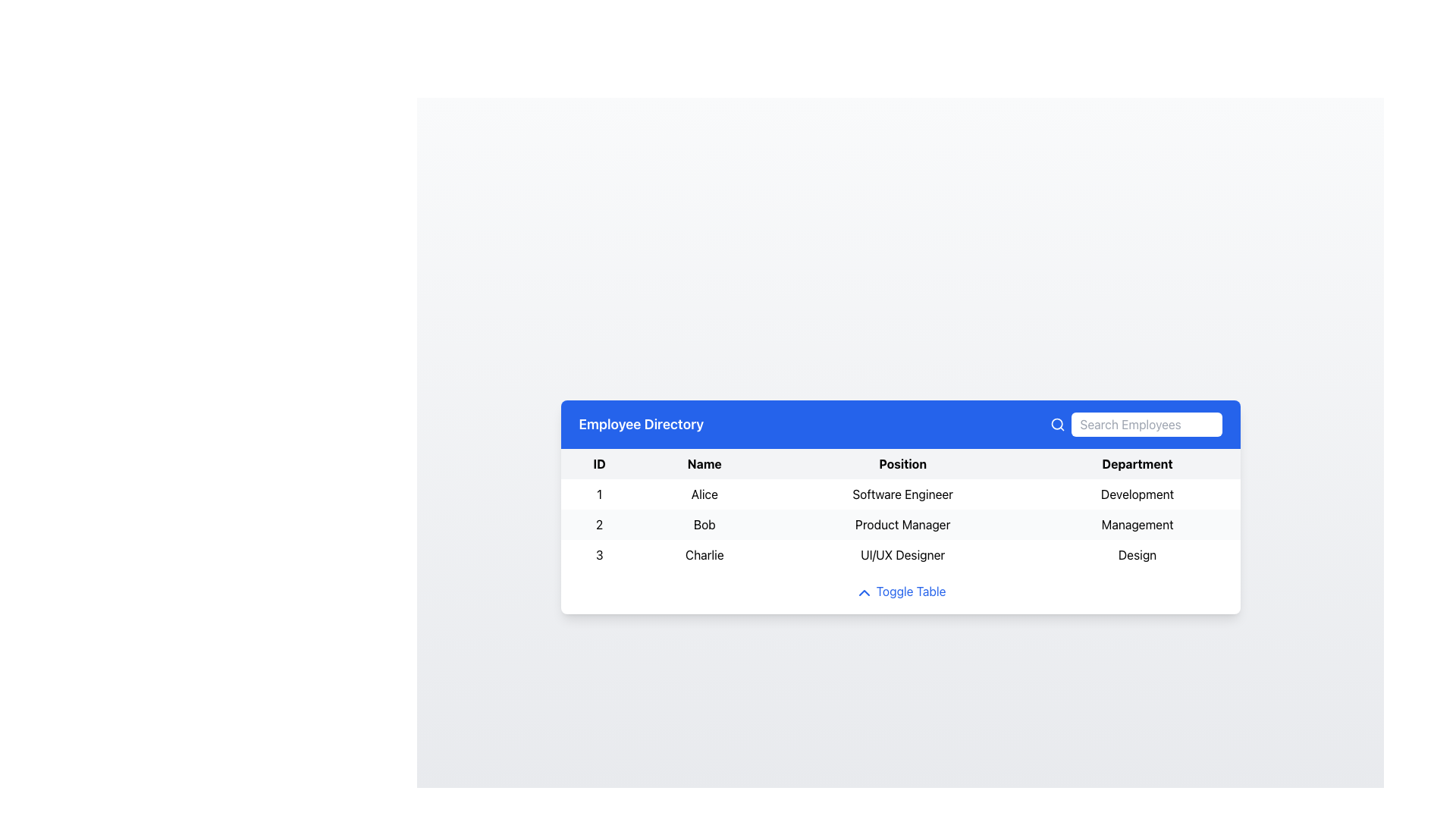 The image size is (1456, 819). I want to click on the static text label displaying the name 'Charlie' in the second column of the third row of the 'Employee Directory' table, so click(704, 555).